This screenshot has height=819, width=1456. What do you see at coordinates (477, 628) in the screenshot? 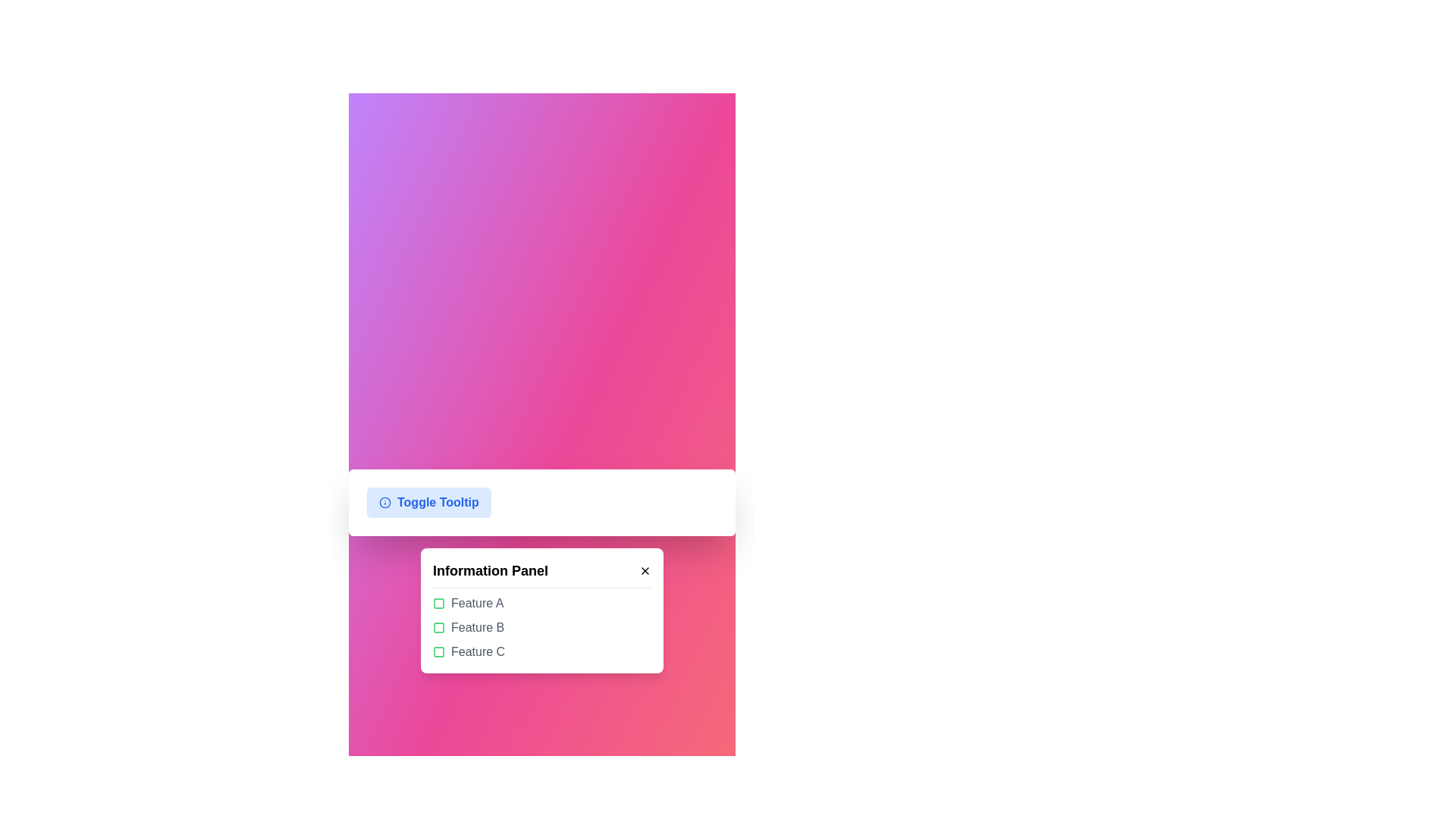
I see `text of the label identifying 'Feature B', which is the second item in the information panel, positioned between 'Feature A' and 'Feature C'` at bounding box center [477, 628].